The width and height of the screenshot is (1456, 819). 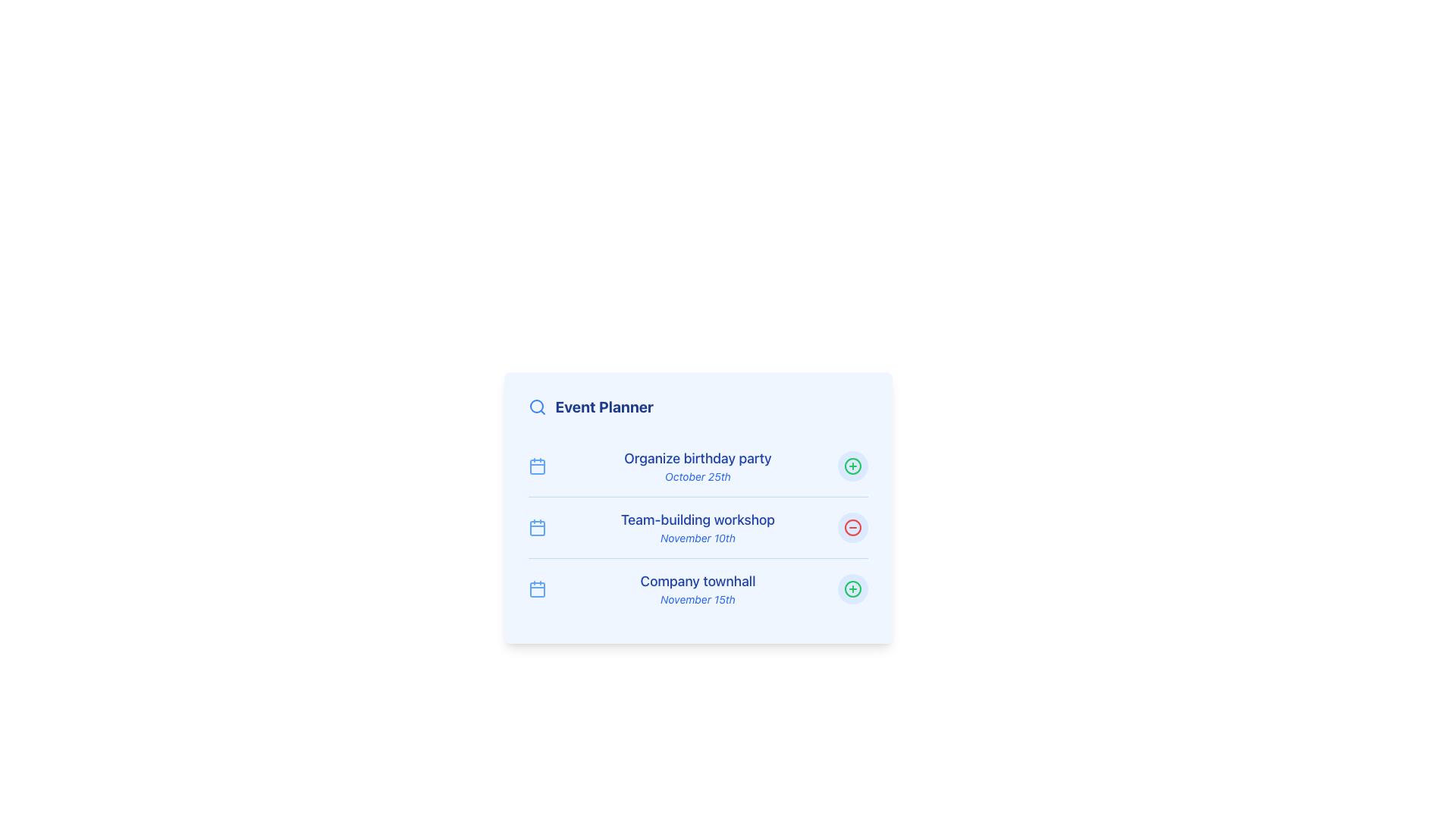 What do you see at coordinates (697, 537) in the screenshot?
I see `the italicized text label displaying the date 'November 10th' in blue, which is located under the larger text 'Team-building workshop.'` at bounding box center [697, 537].